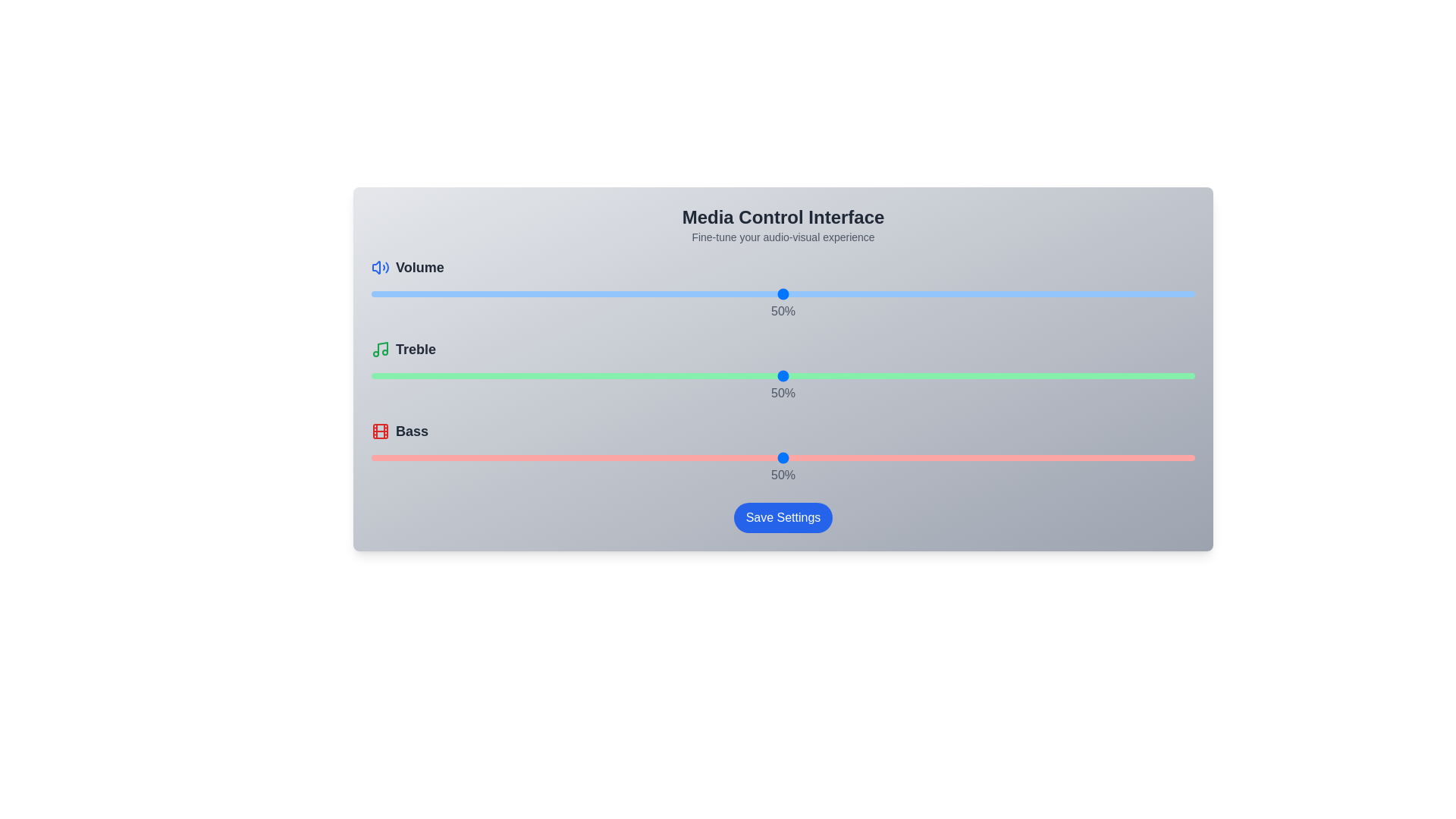 The width and height of the screenshot is (1456, 819). I want to click on the rounded rectangular button with a blue background and 'Save Settings' text, so click(783, 516).